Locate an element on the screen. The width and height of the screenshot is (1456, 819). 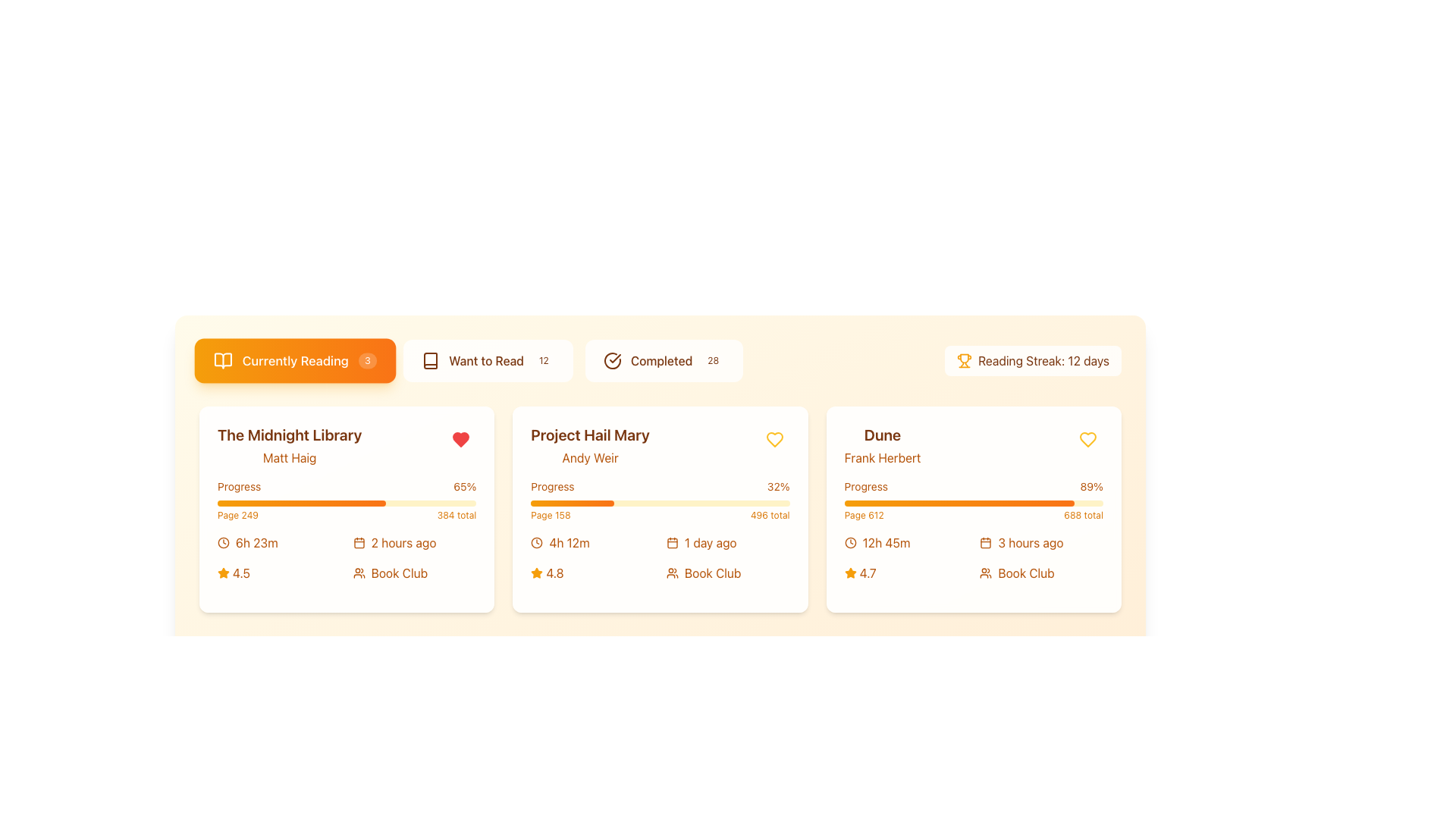
the progress bar representing the reading progress of the book 'Dune', which shows that 89% of the book has been read is located at coordinates (959, 503).